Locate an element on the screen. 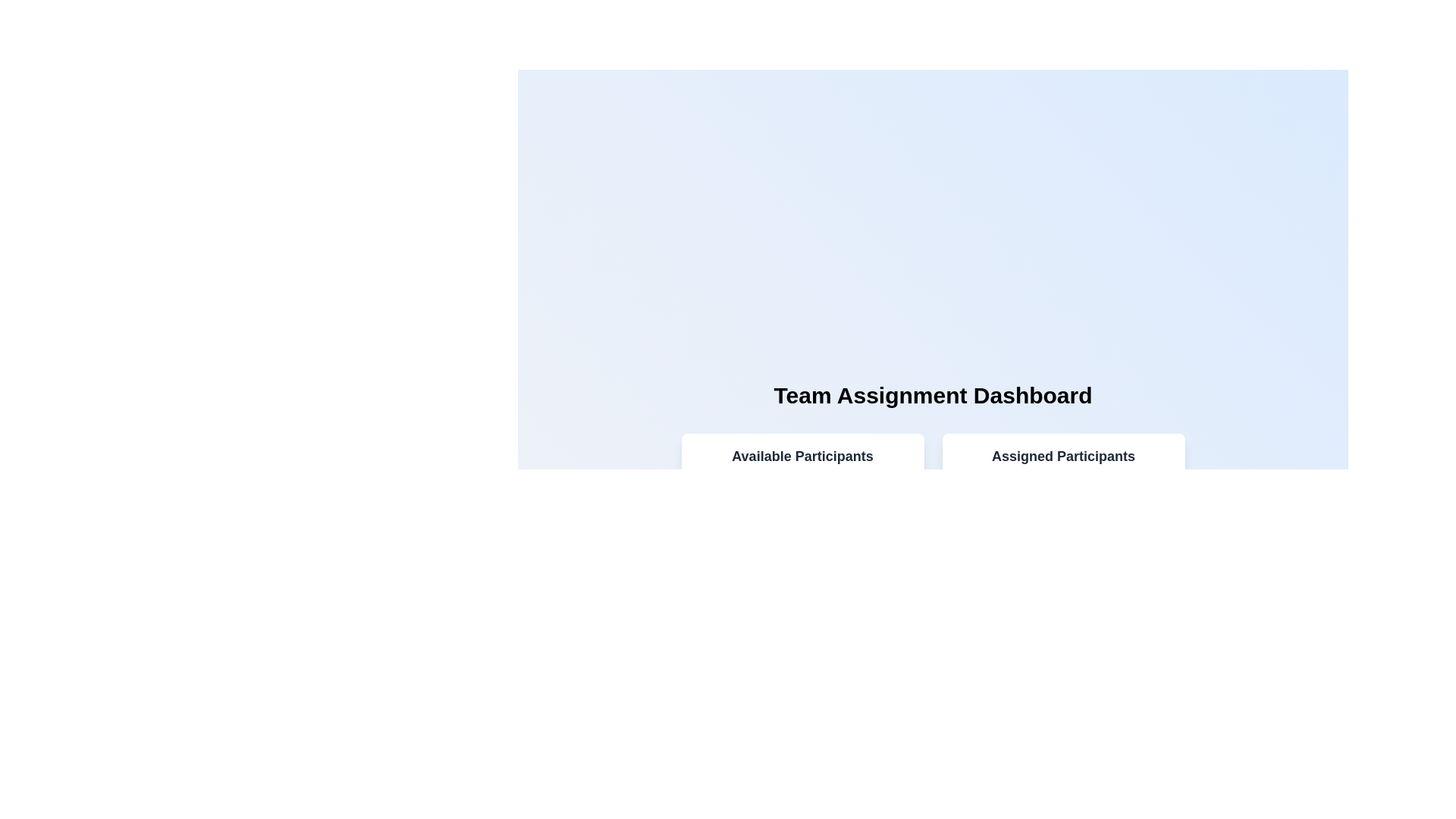  the Text Label indicating available participants for assignment, located in the upper-middle part of the interface is located at coordinates (802, 455).